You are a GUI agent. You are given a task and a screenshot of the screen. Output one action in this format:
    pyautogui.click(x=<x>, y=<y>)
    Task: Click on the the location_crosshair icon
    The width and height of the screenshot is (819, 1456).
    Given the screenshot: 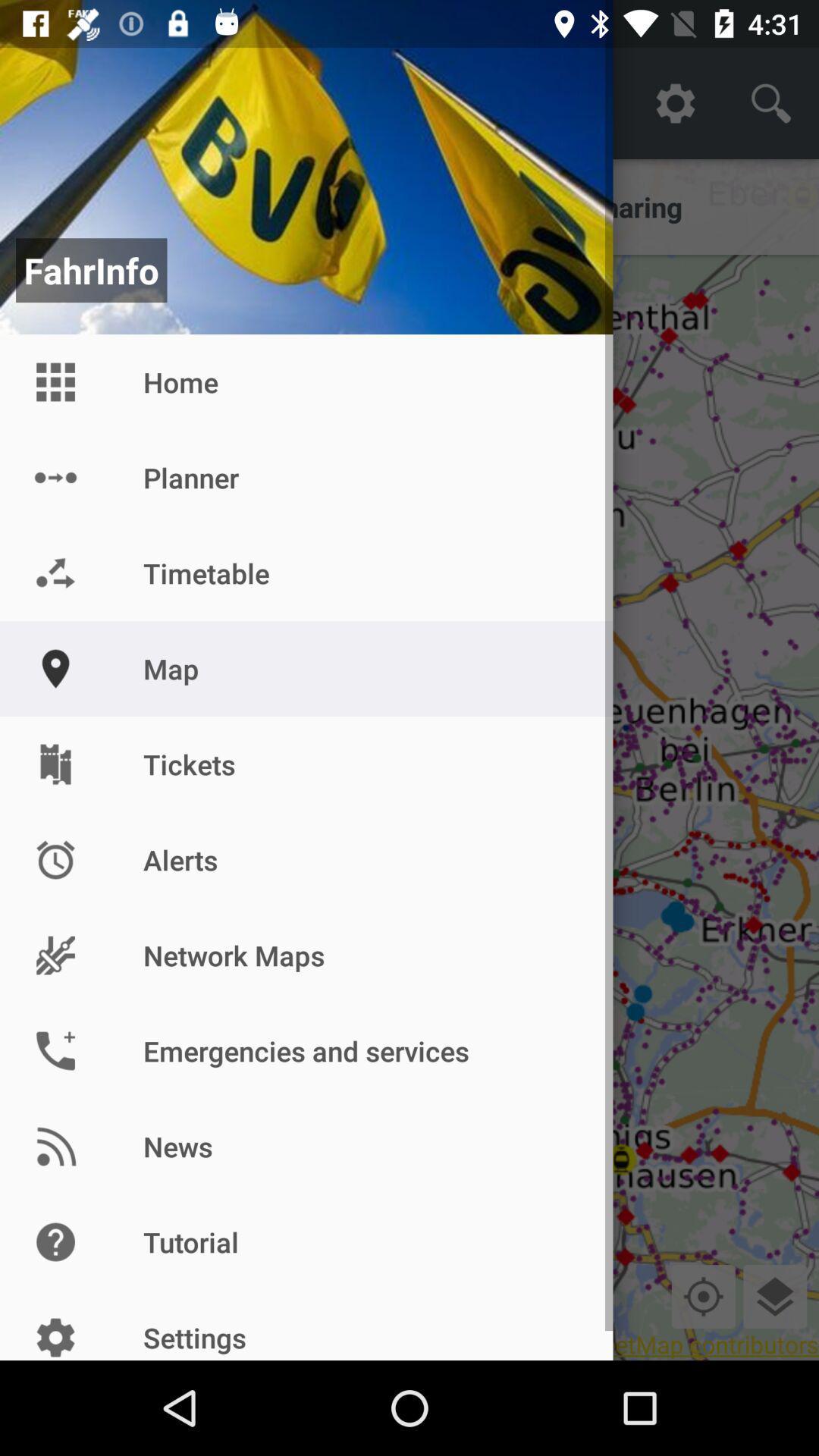 What is the action you would take?
    pyautogui.click(x=703, y=1295)
    